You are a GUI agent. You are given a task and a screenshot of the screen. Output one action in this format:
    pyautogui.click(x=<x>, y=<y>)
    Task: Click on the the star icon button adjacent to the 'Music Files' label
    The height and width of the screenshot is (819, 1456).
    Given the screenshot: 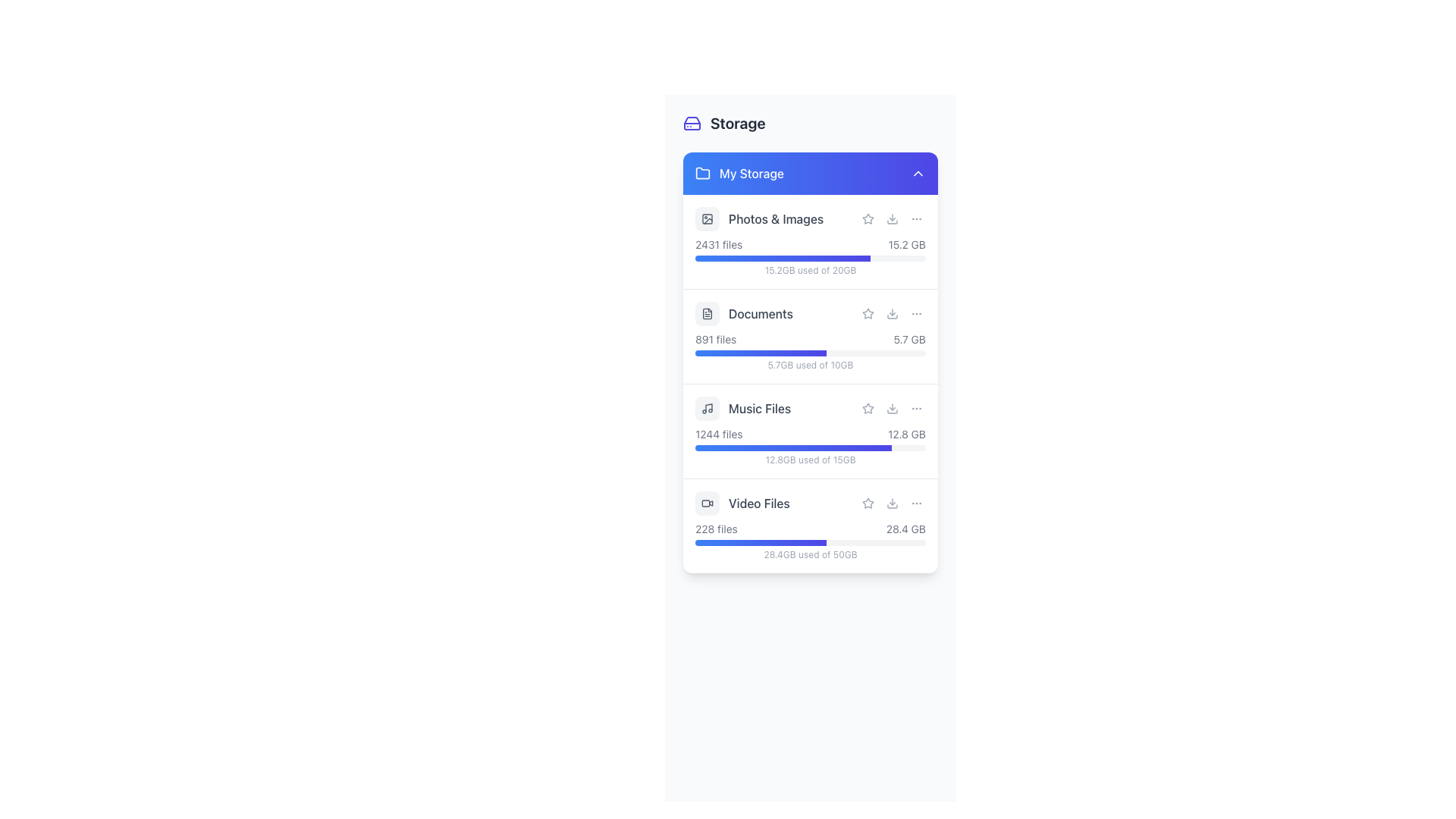 What is the action you would take?
    pyautogui.click(x=868, y=408)
    